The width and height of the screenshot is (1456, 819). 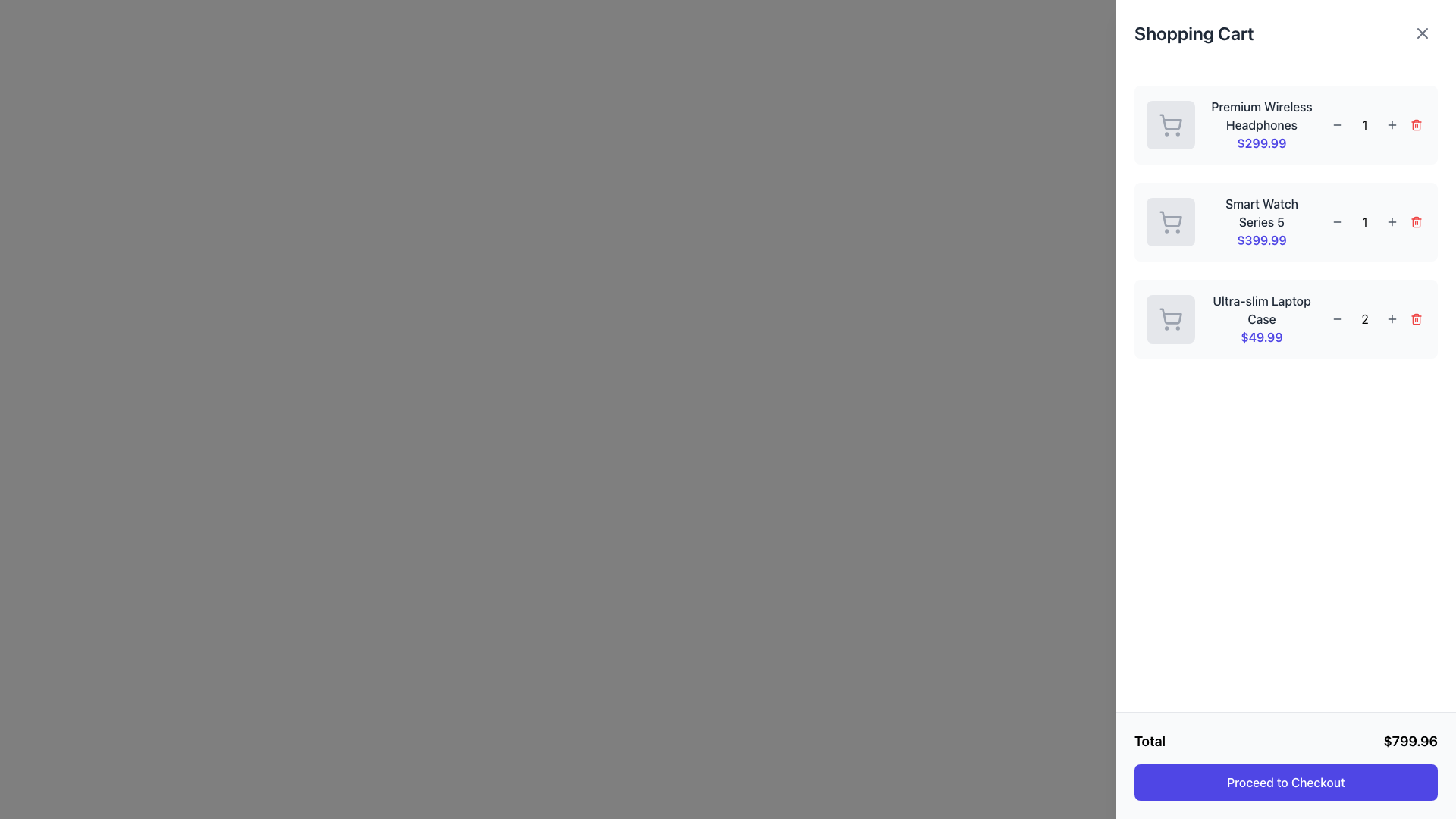 I want to click on the red trash icon for deletion located at the far right of the Ultra-slim Laptop Case item row in the shopping cart, so click(x=1415, y=318).